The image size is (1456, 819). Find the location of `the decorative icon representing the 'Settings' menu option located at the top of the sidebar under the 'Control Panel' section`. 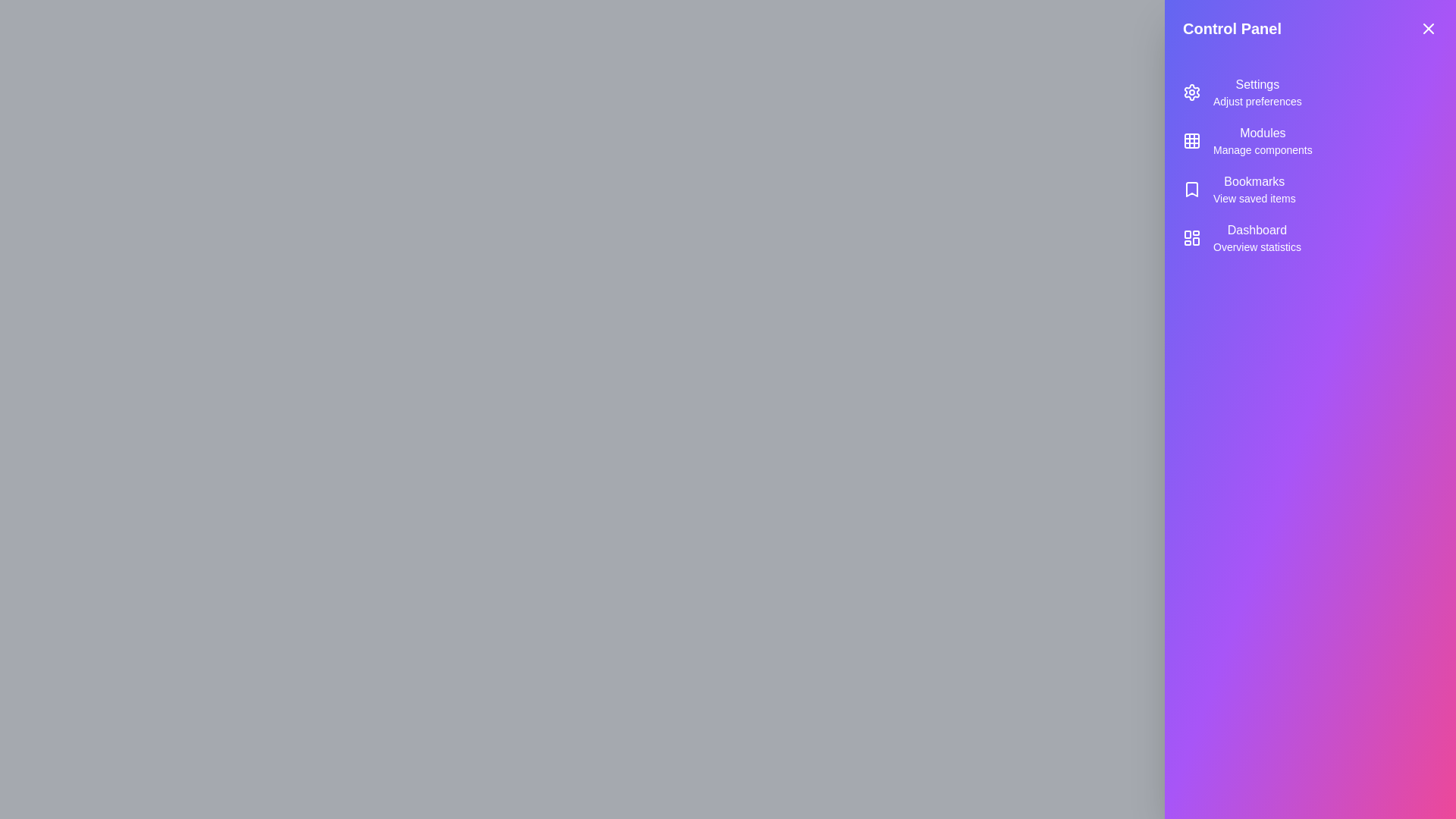

the decorative icon representing the 'Settings' menu option located at the top of the sidebar under the 'Control Panel' section is located at coordinates (1191, 93).